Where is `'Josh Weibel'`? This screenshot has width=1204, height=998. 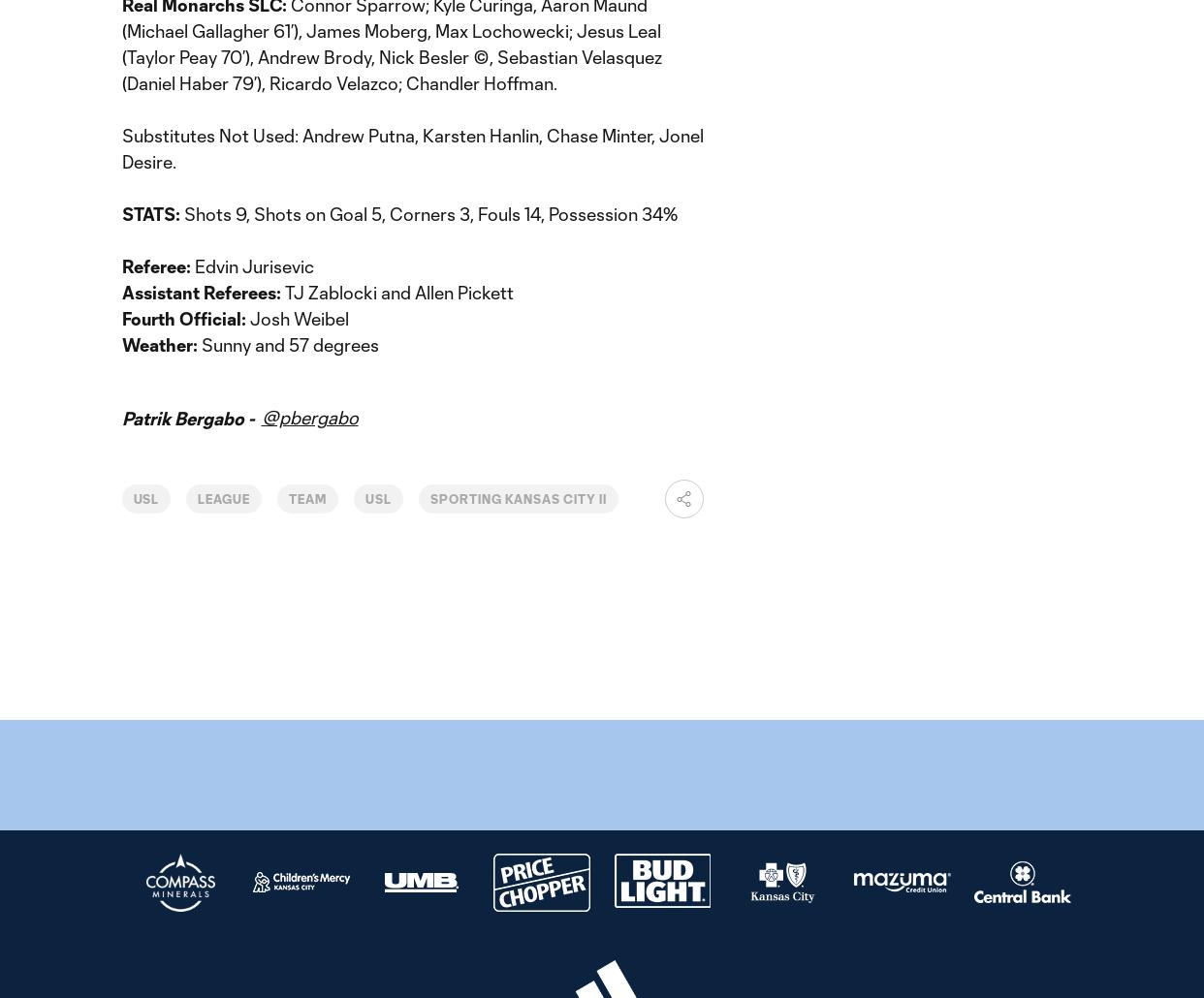
'Josh Weibel' is located at coordinates (298, 317).